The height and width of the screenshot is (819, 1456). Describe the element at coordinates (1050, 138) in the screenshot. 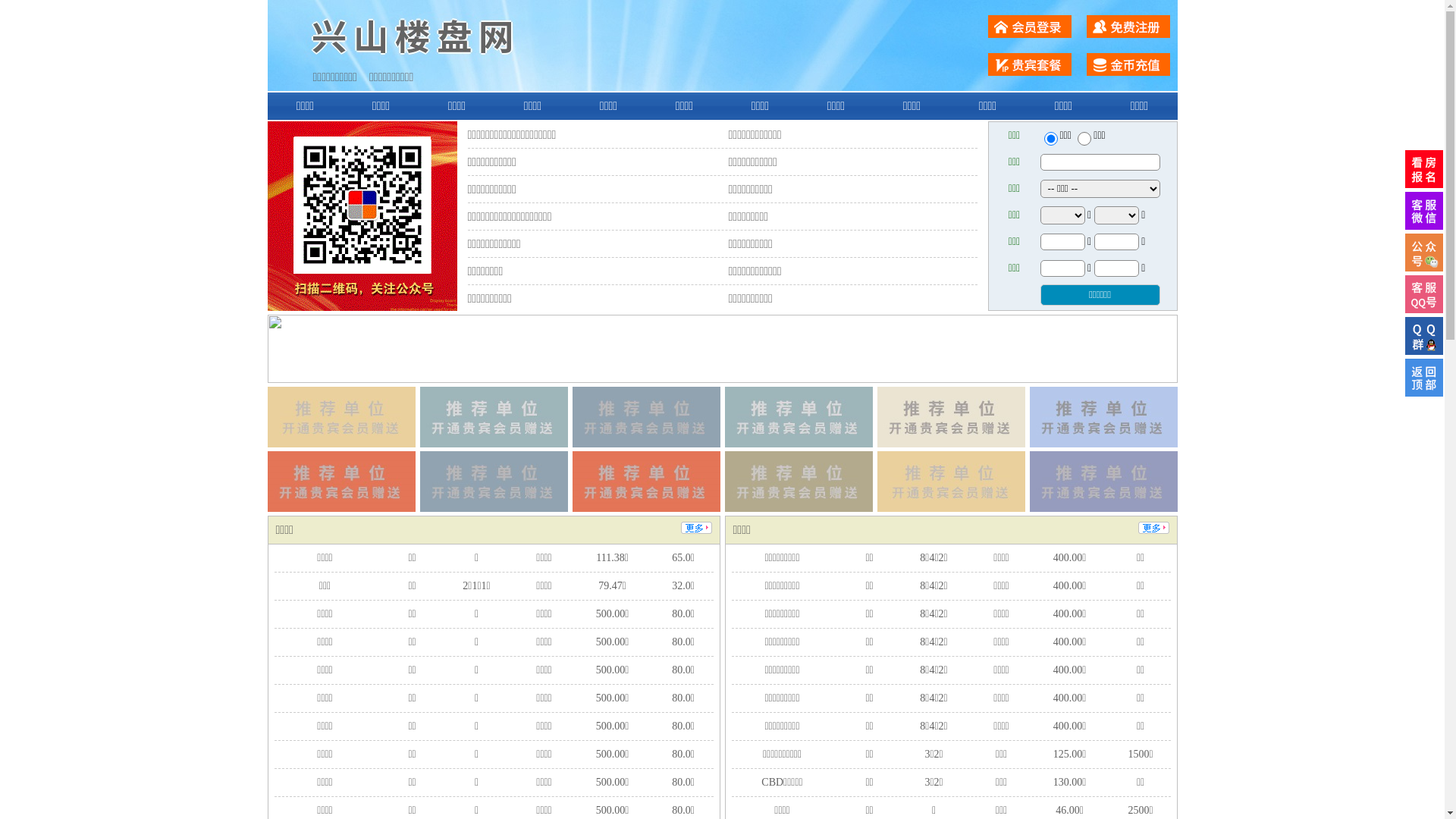

I see `'ershou'` at that location.